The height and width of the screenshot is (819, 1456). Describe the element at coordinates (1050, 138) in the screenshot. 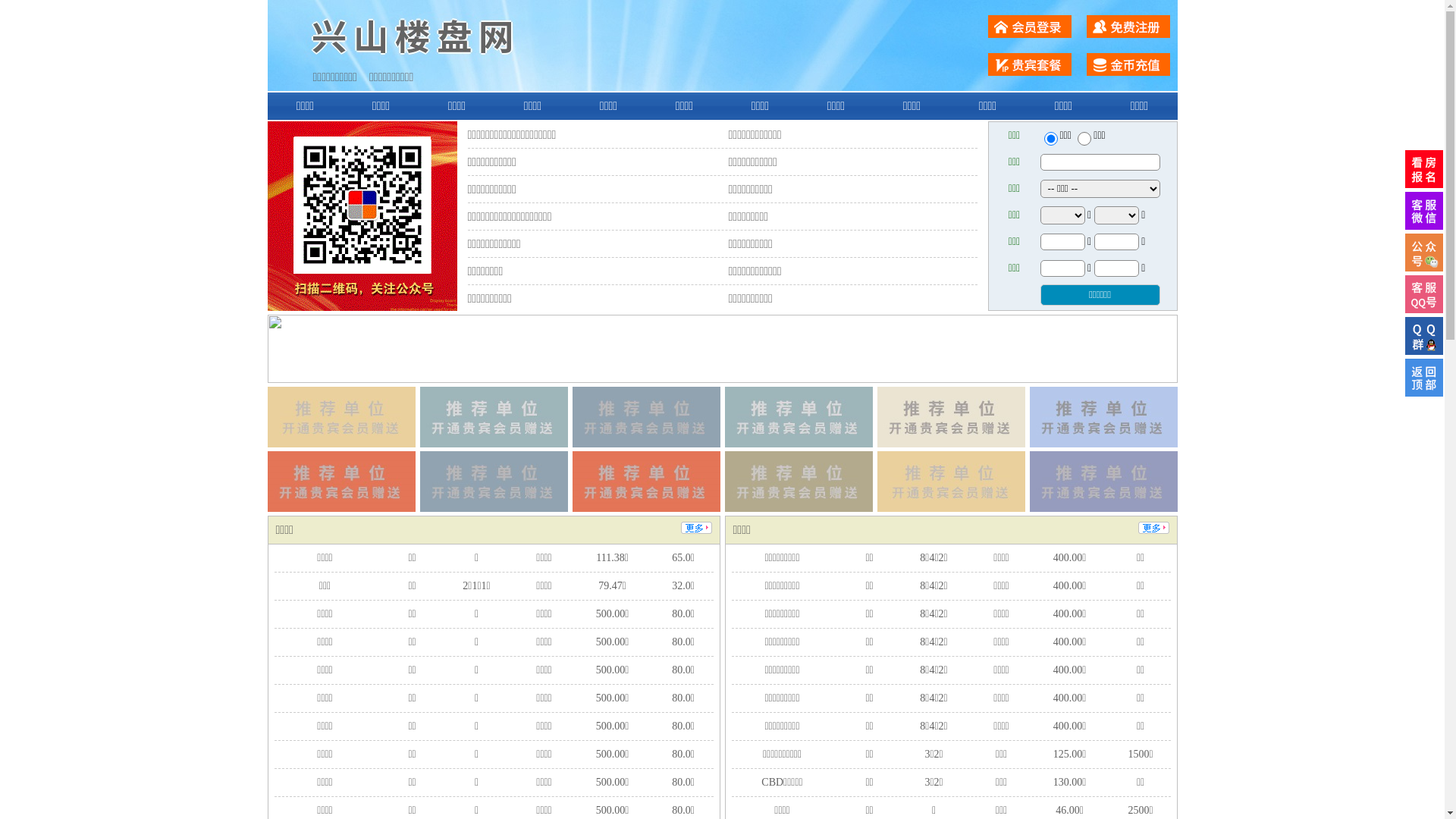

I see `'ershou'` at that location.